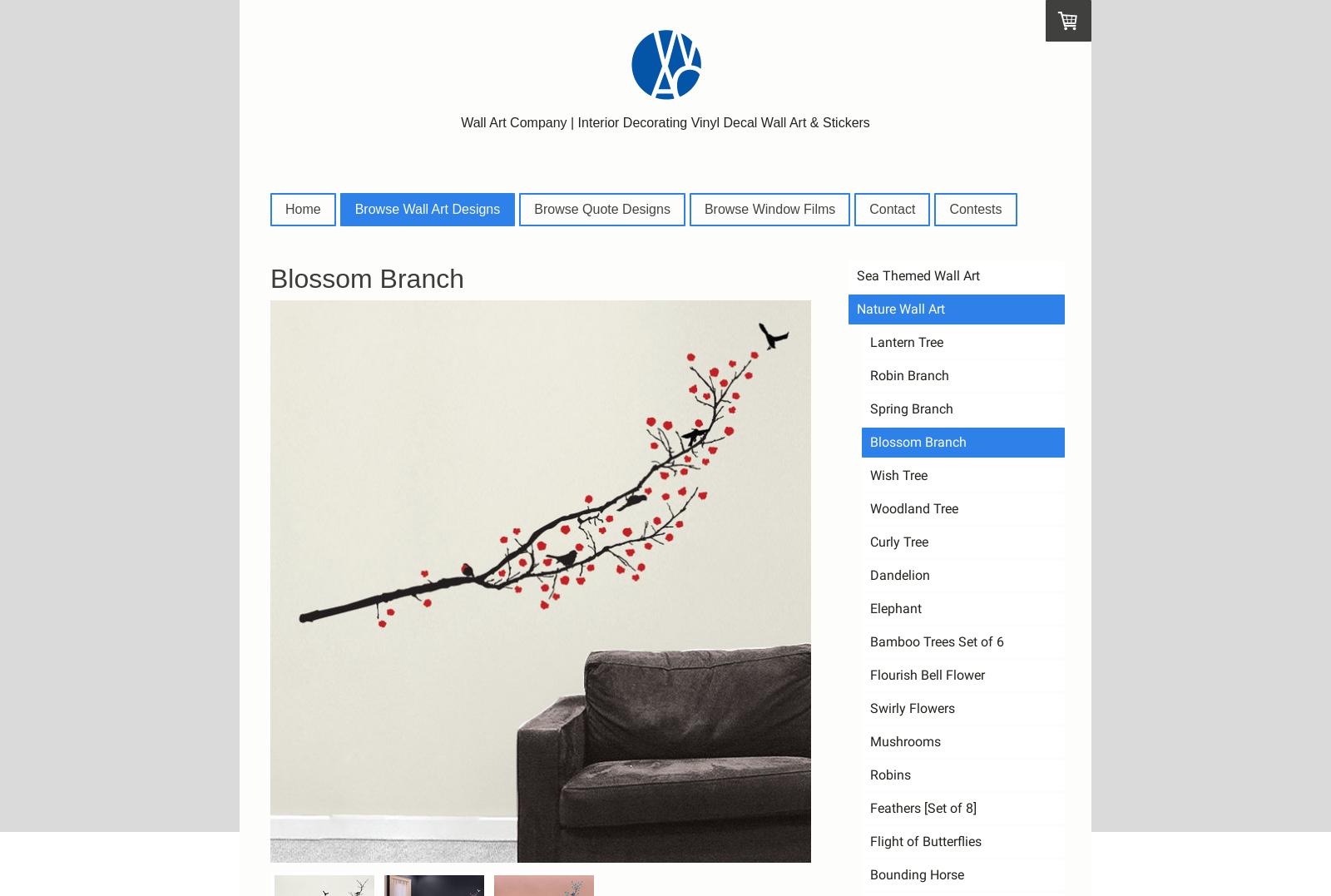 The width and height of the screenshot is (1331, 896). I want to click on 'Bounding Horse', so click(917, 874).